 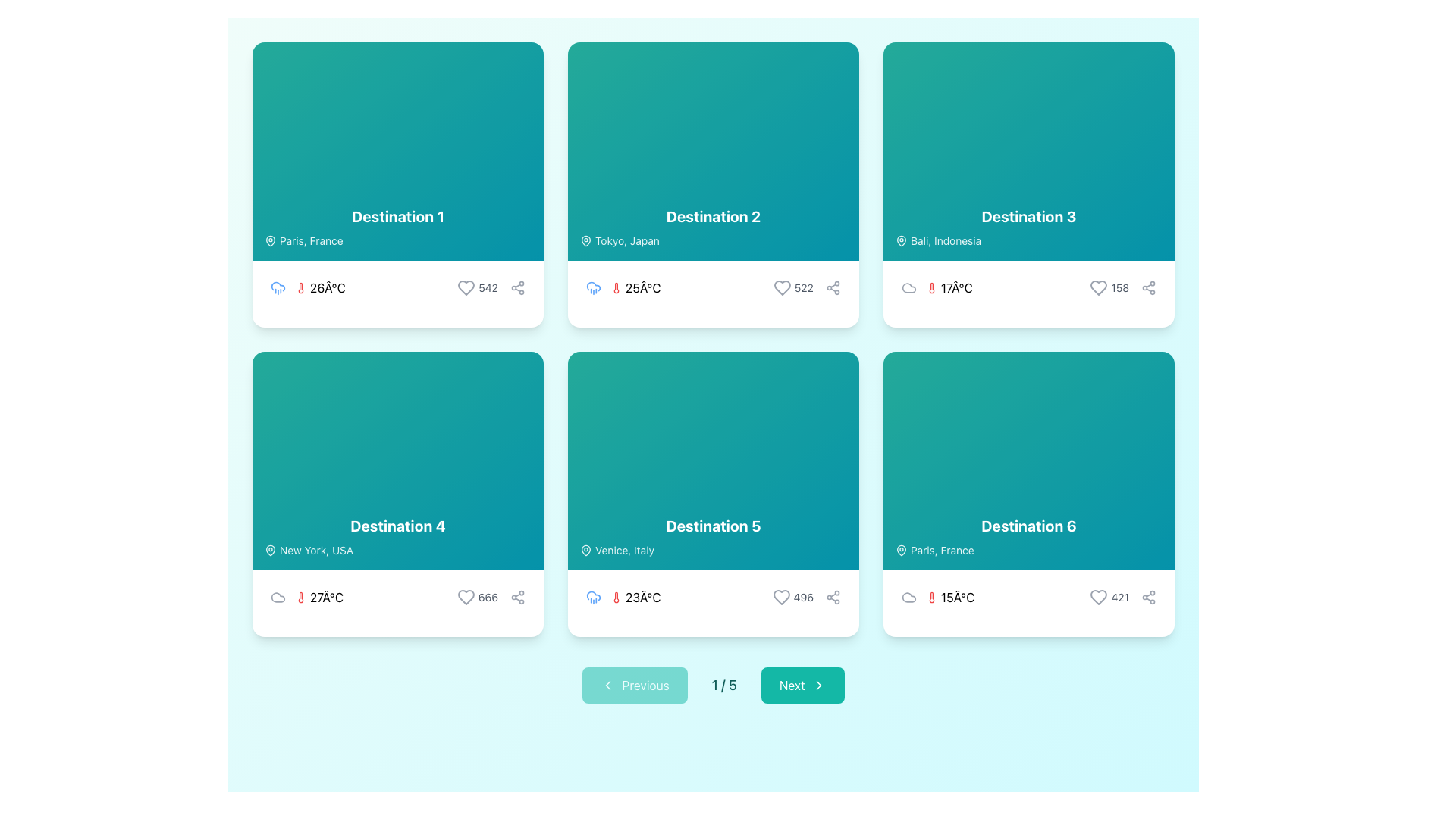 What do you see at coordinates (1120, 288) in the screenshot?
I see `the static text label displaying '158' in a small, gray font, located in the bottom-right corner of the 'Destination 3' card, adjacent to the heart icon` at bounding box center [1120, 288].